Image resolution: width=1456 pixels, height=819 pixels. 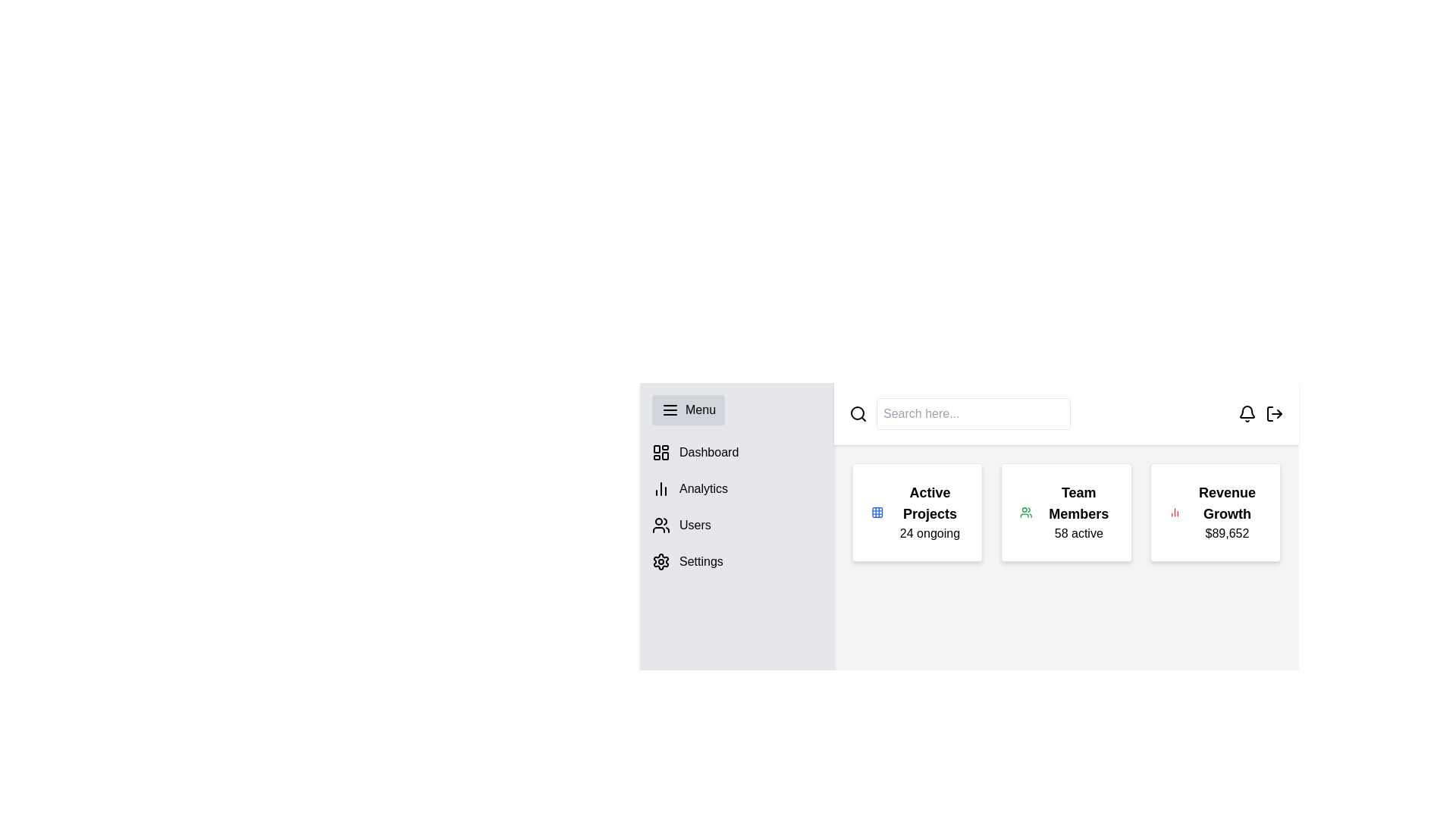 I want to click on the logout icon button located in the top-right corner of the interface, following the bell-shaped icon, so click(x=1274, y=414).